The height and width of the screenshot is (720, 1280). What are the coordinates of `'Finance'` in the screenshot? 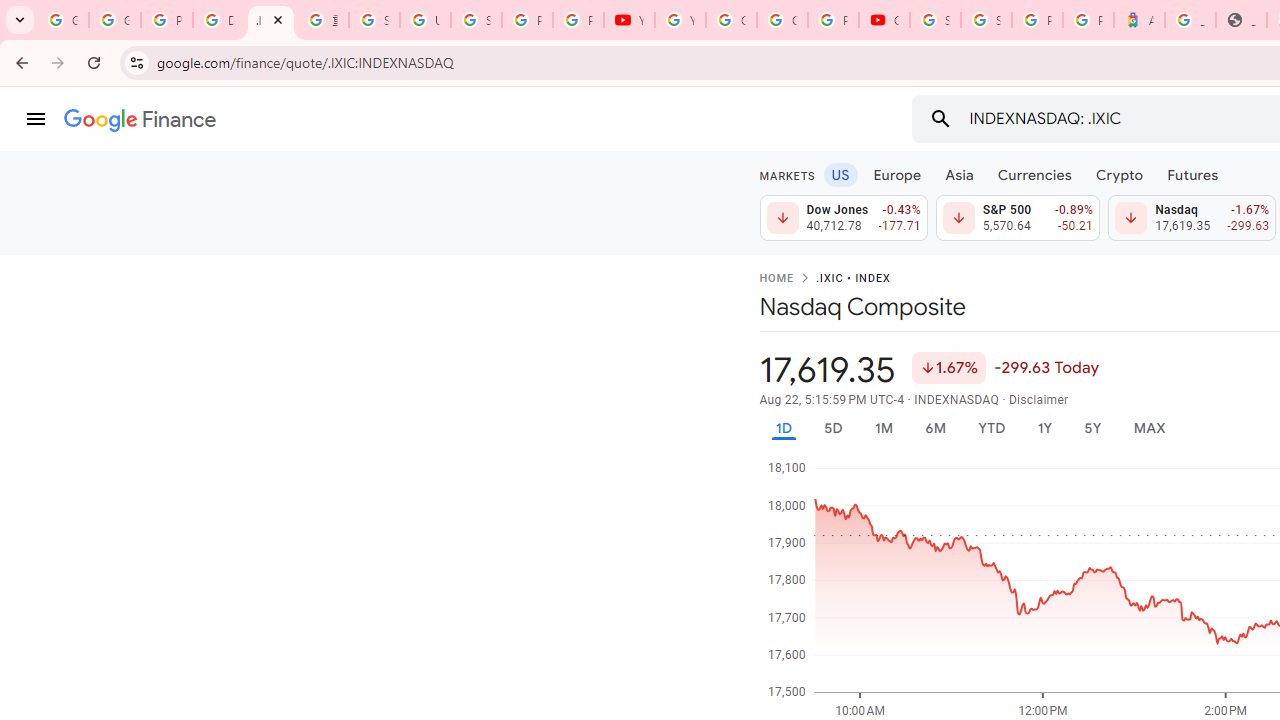 It's located at (139, 120).